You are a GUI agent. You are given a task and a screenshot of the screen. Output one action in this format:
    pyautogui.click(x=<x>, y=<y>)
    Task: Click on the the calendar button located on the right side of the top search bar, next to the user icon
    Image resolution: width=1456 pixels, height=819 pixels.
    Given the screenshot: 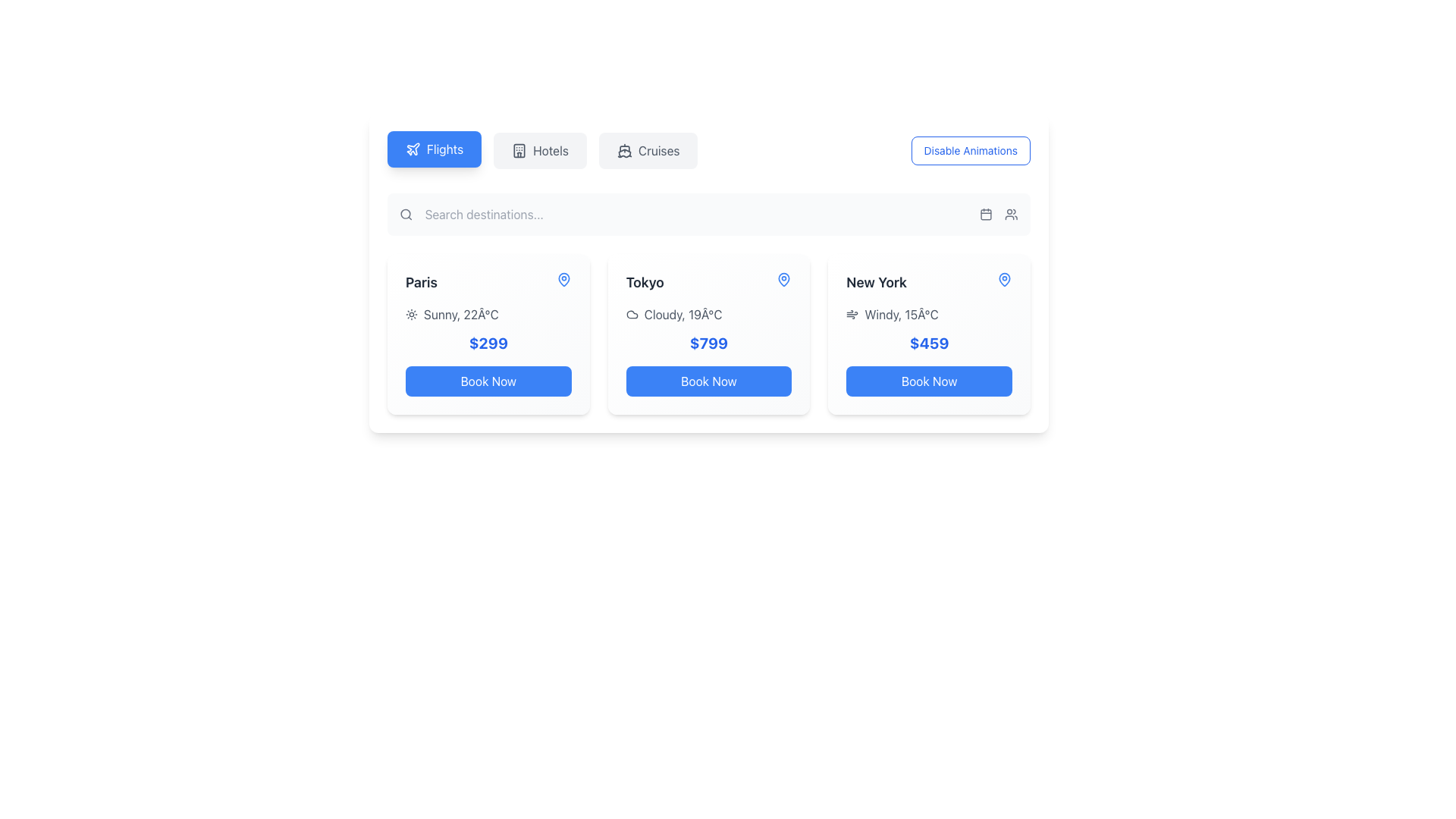 What is the action you would take?
    pyautogui.click(x=986, y=214)
    